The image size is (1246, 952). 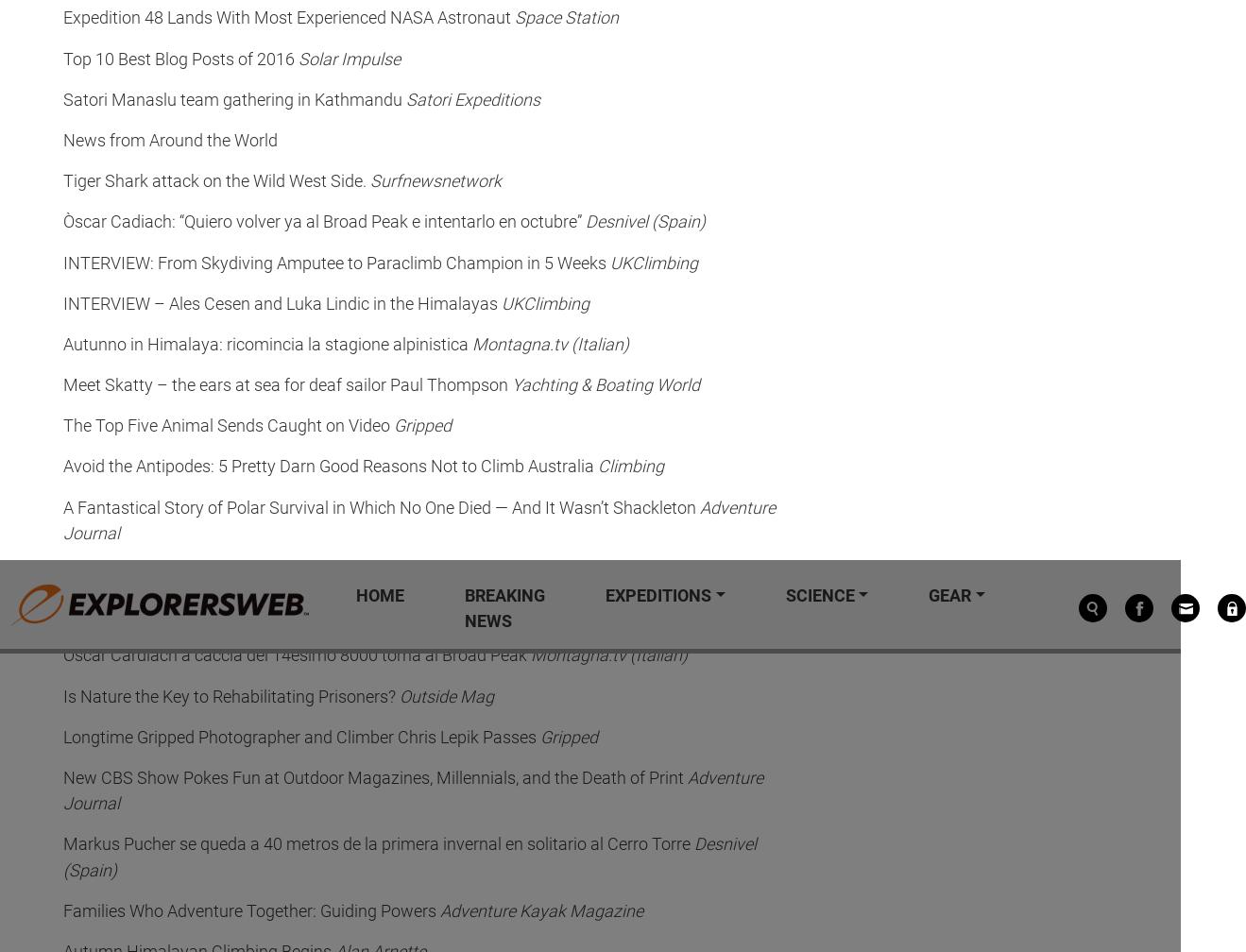 What do you see at coordinates (601, 149) in the screenshot?
I see `'Kristine De Abreu'` at bounding box center [601, 149].